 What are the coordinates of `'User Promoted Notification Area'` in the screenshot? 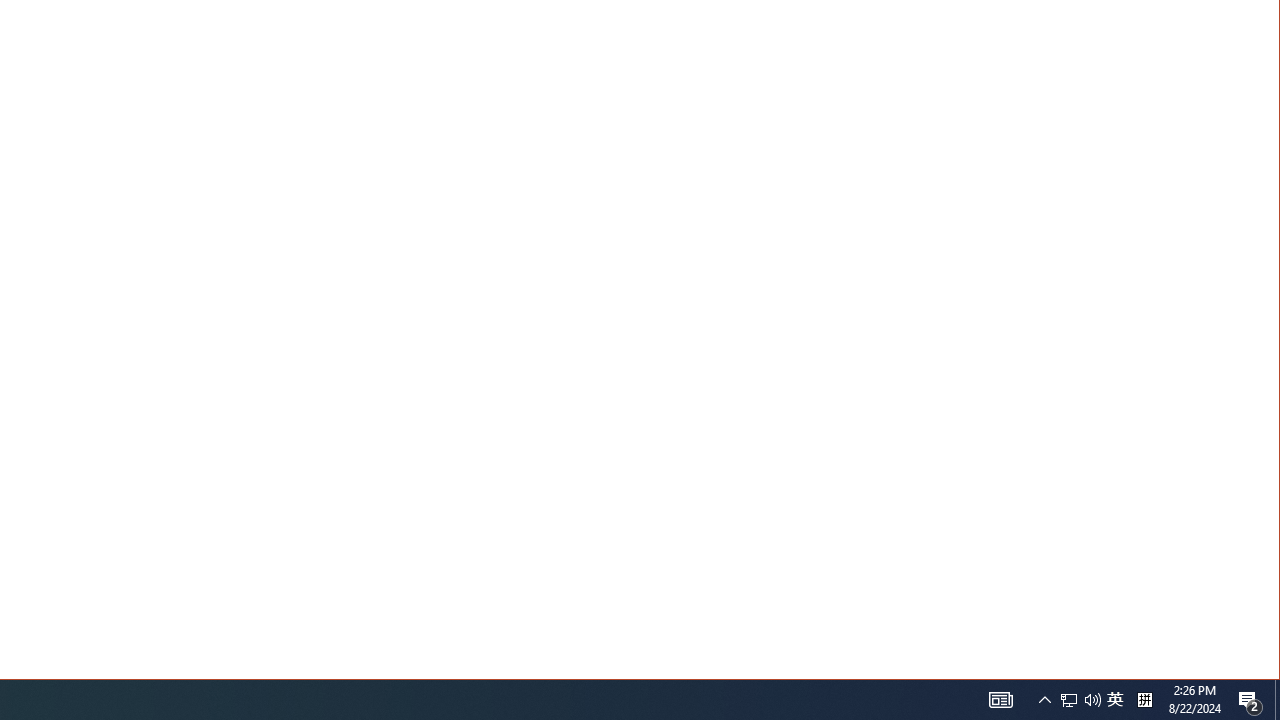 It's located at (1079, 698).